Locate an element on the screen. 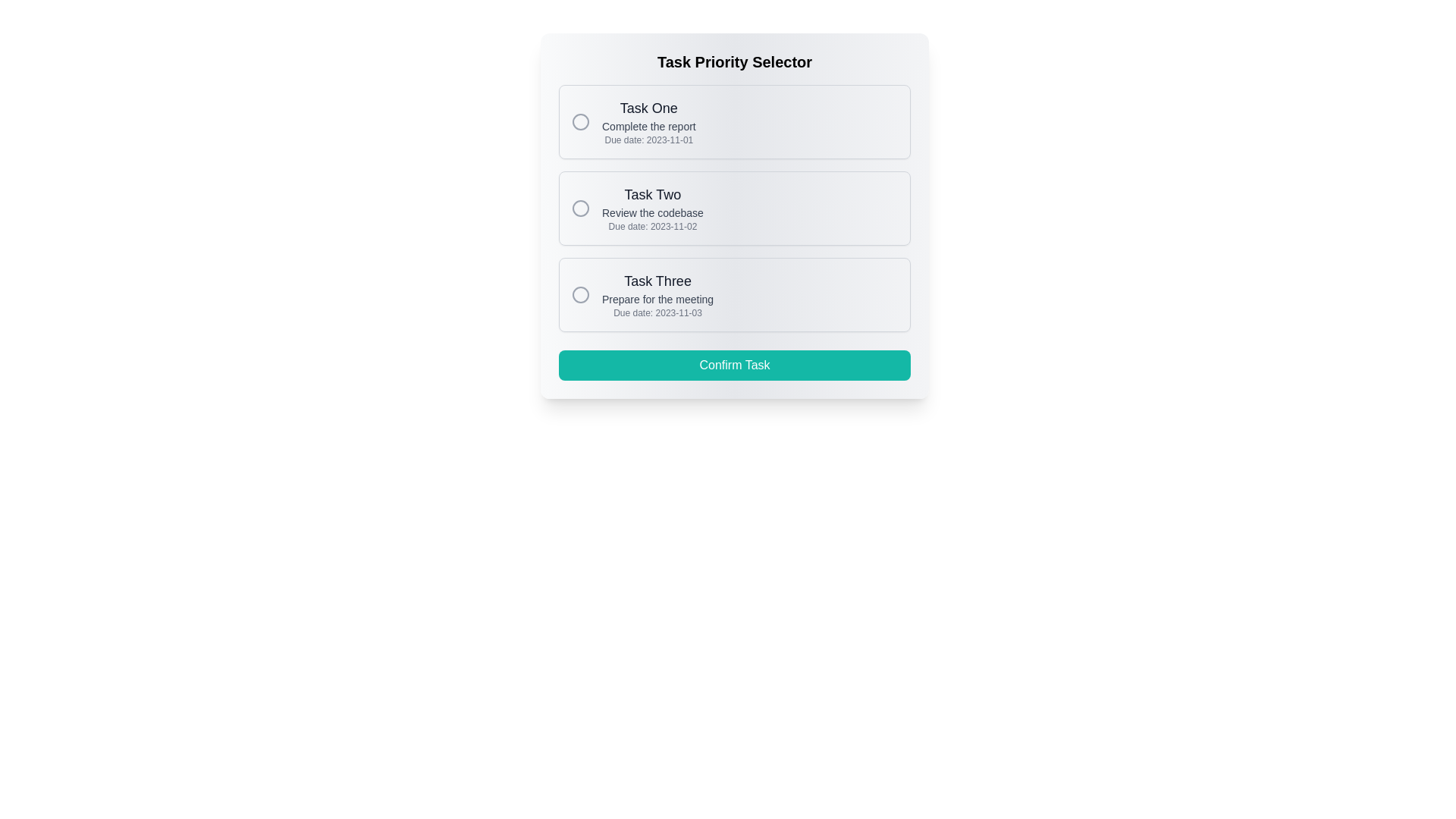 The width and height of the screenshot is (1456, 819). the circular radio button is located at coordinates (580, 208).